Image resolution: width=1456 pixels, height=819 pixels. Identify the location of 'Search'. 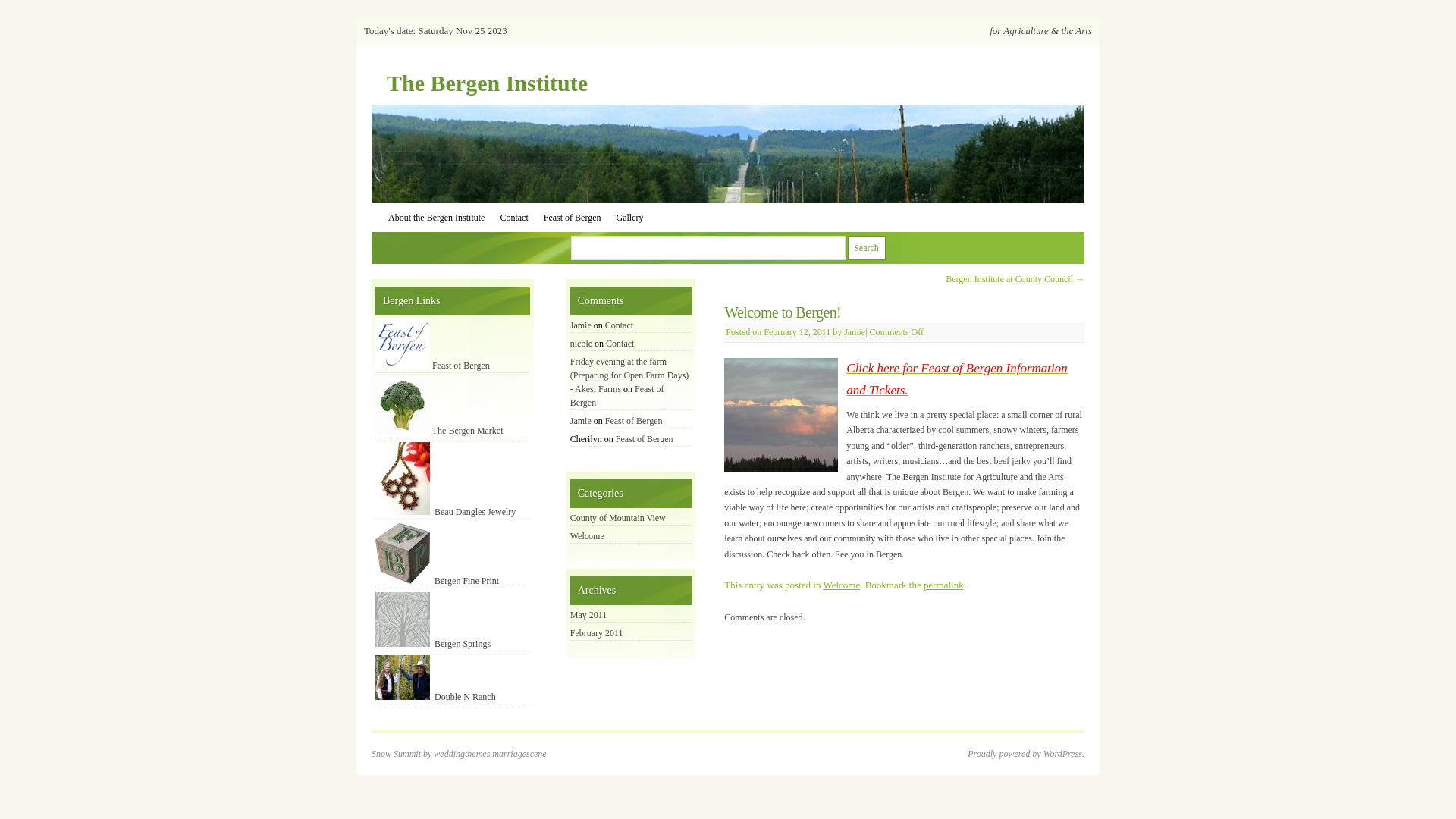
(847, 247).